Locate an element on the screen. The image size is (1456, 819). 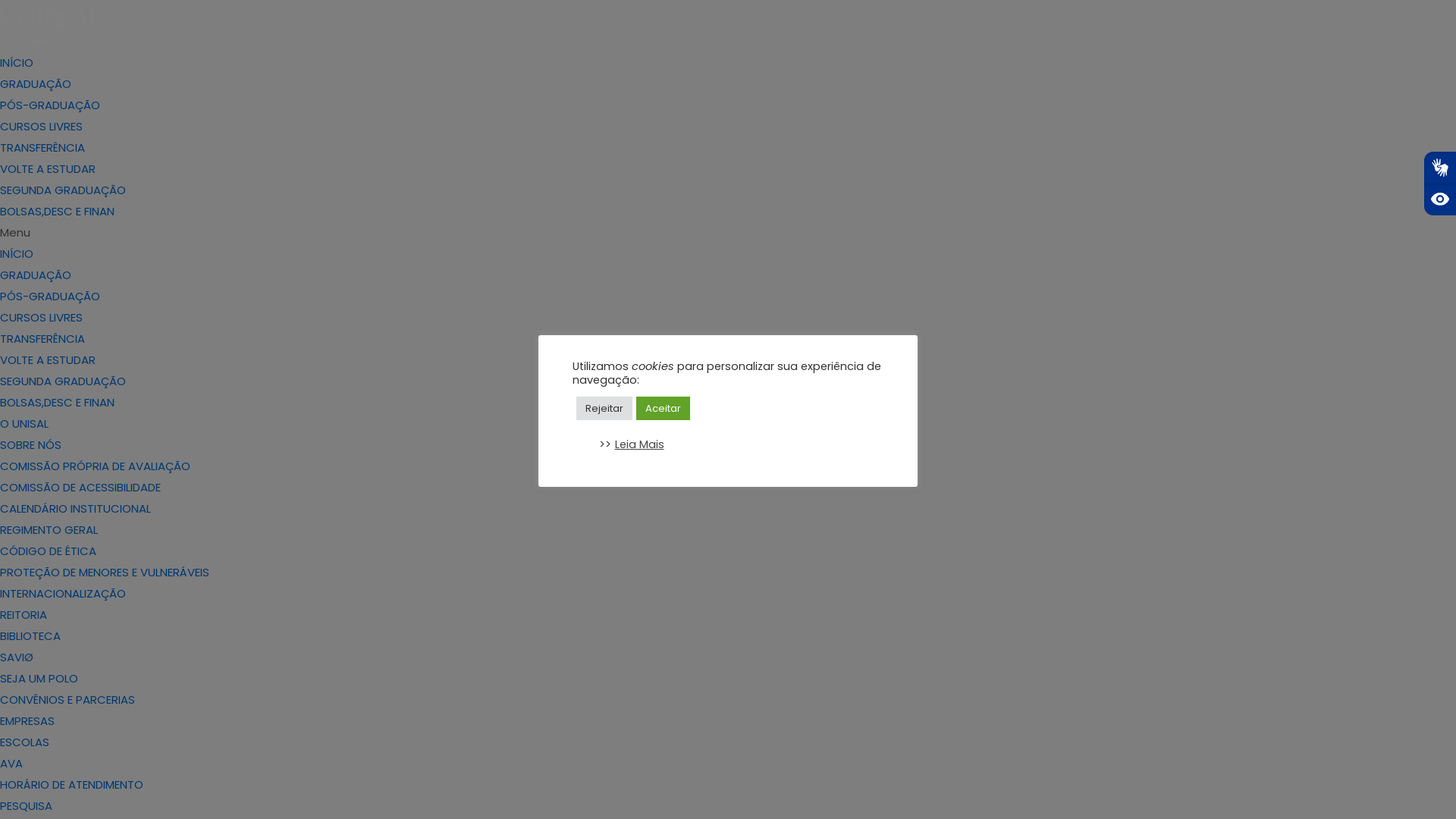
'BIBLIOTECA' is located at coordinates (30, 635).